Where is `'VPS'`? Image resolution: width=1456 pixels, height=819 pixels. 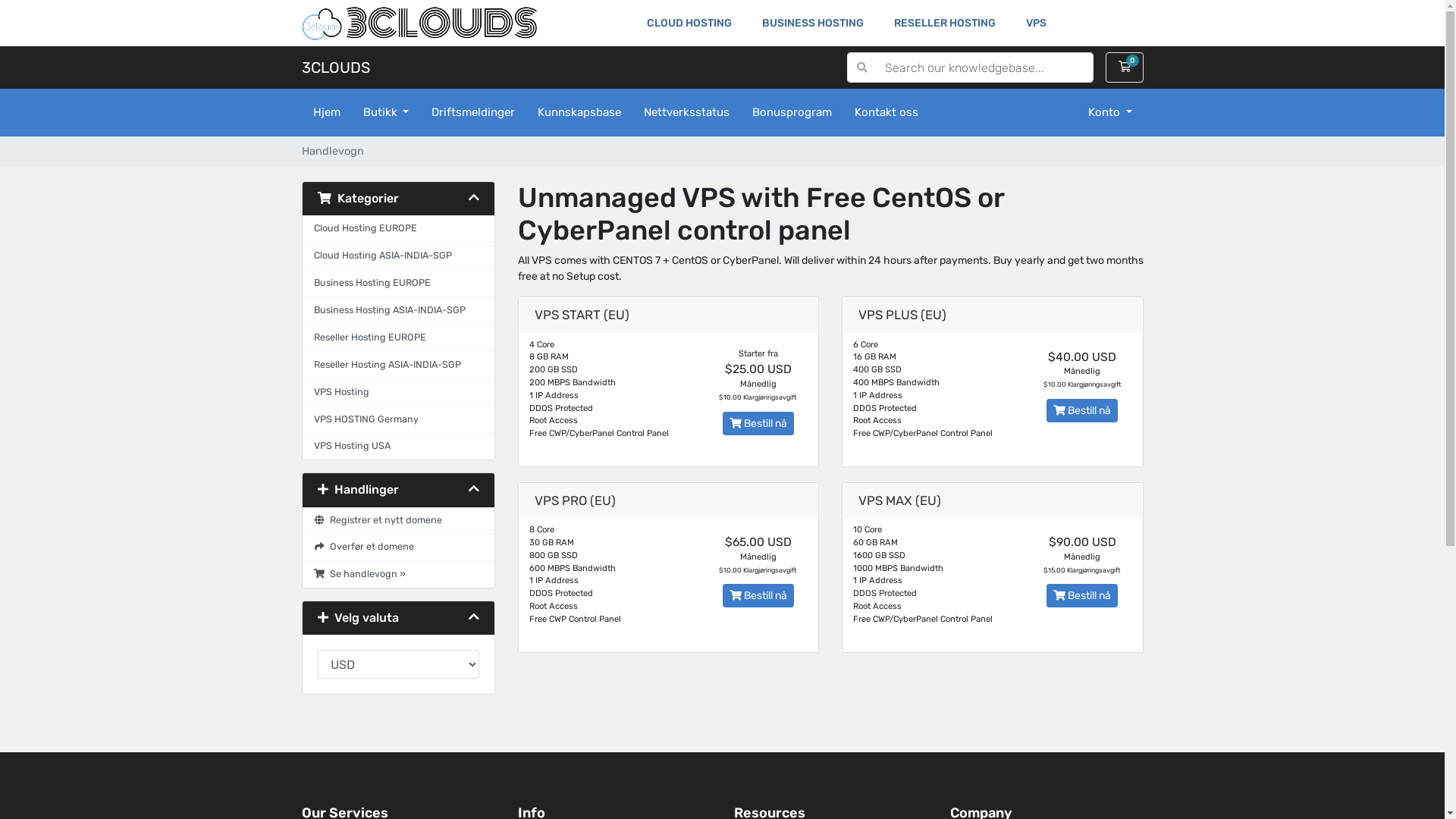 'VPS' is located at coordinates (1035, 23).